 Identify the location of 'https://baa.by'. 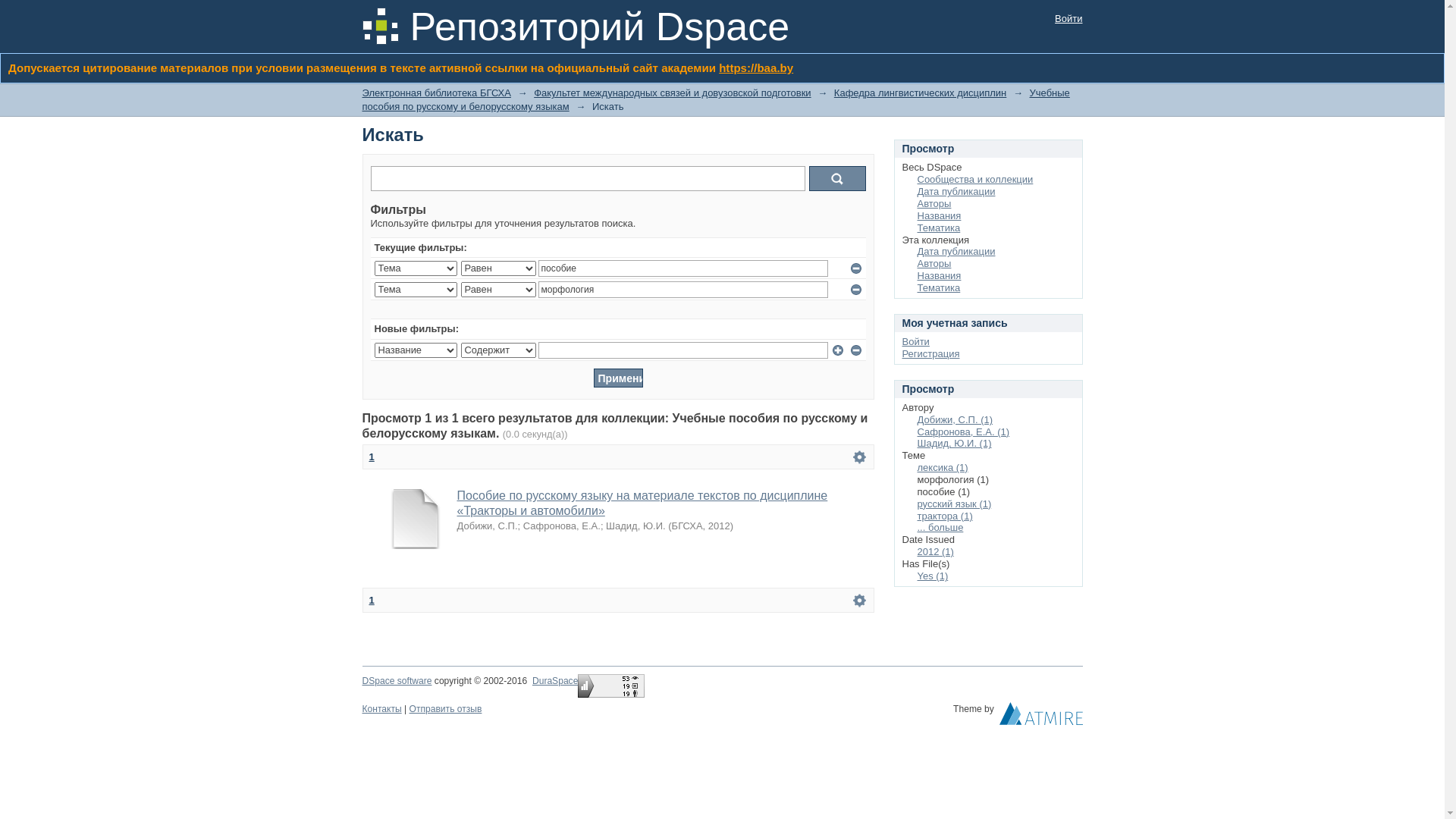
(756, 67).